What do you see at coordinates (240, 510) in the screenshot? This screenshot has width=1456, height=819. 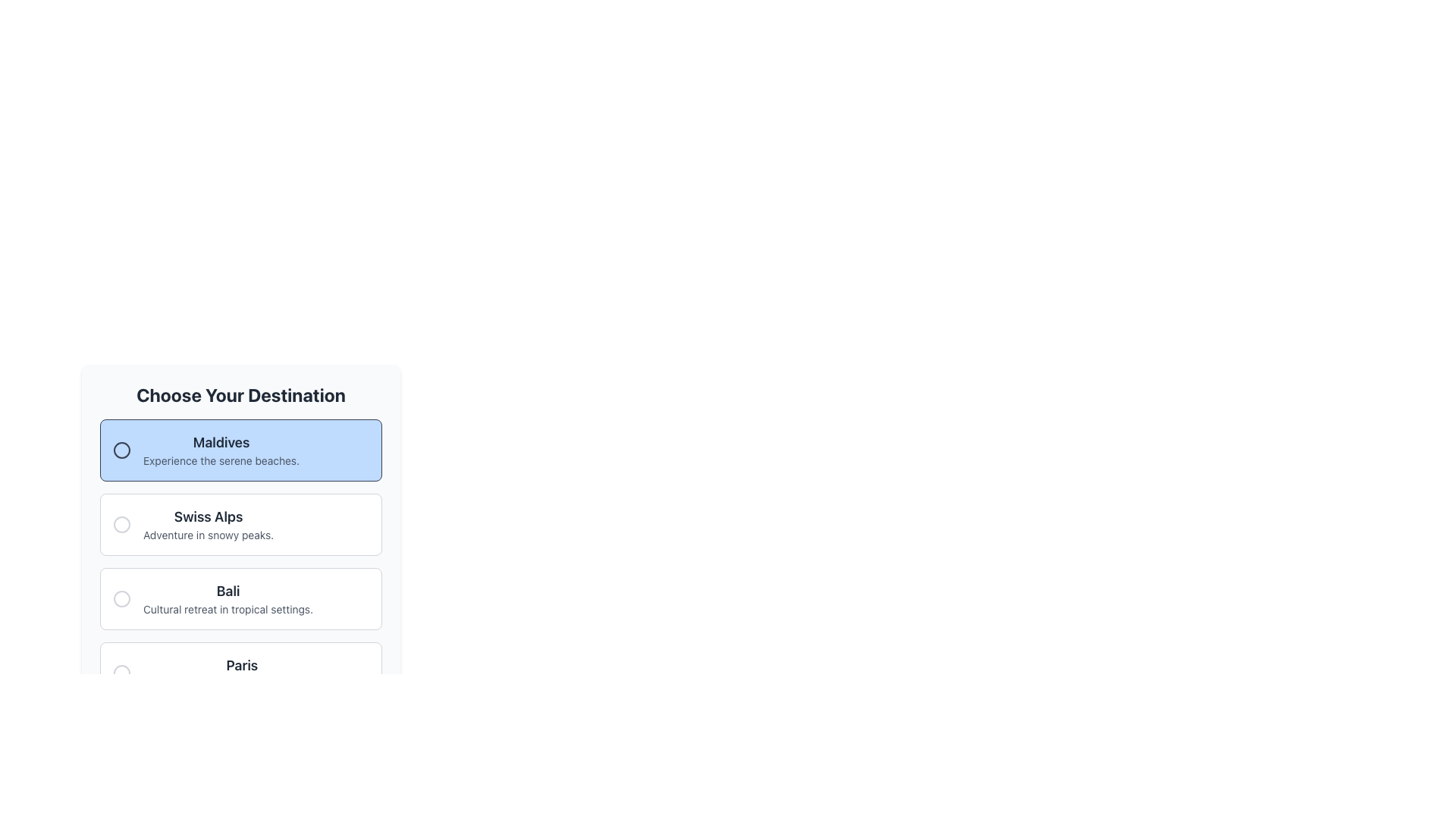 I see `the 'Swiss Alps' selectable card` at bounding box center [240, 510].